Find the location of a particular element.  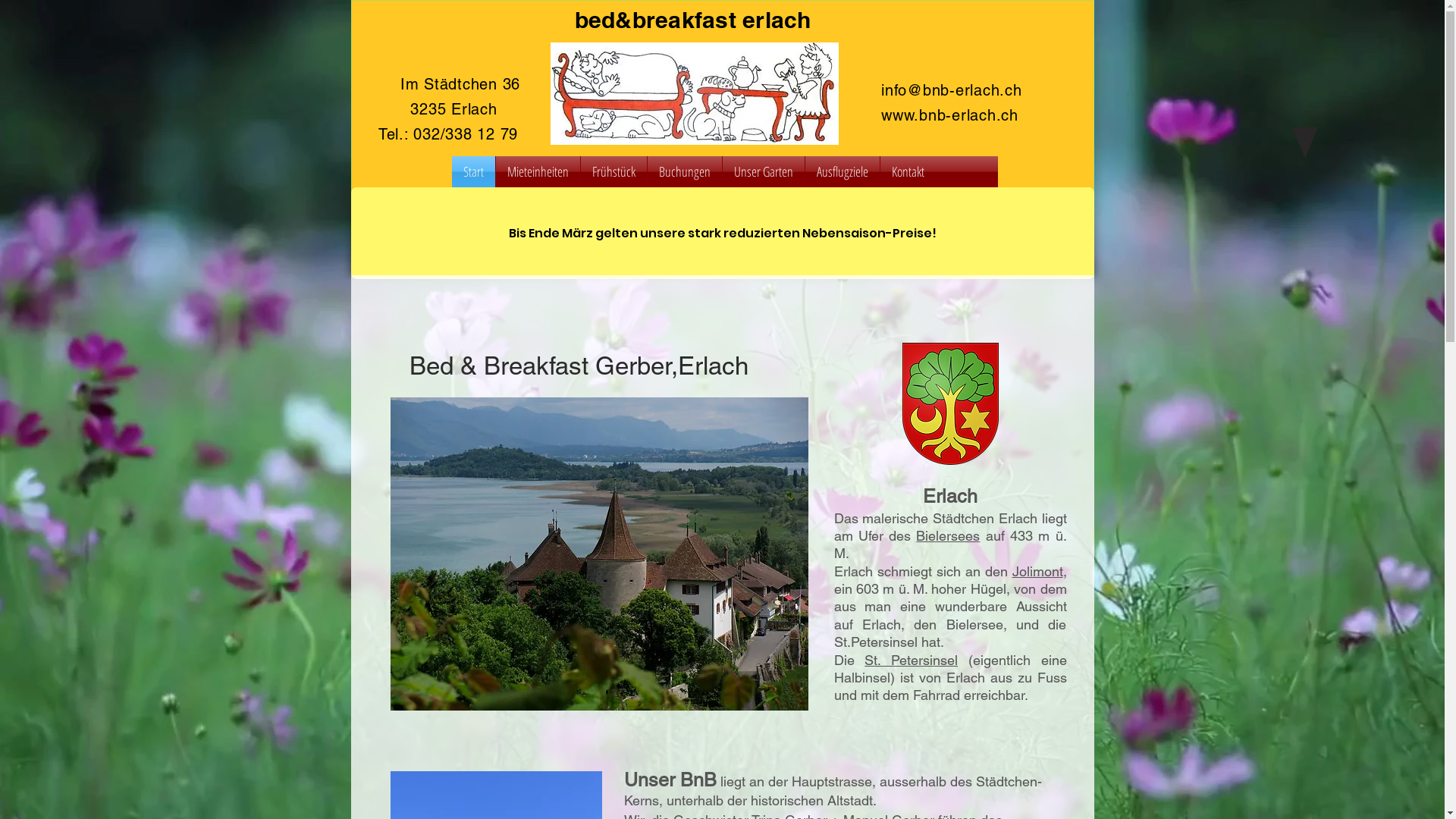

'Bed and Breakfast' is located at coordinates (694, 93).